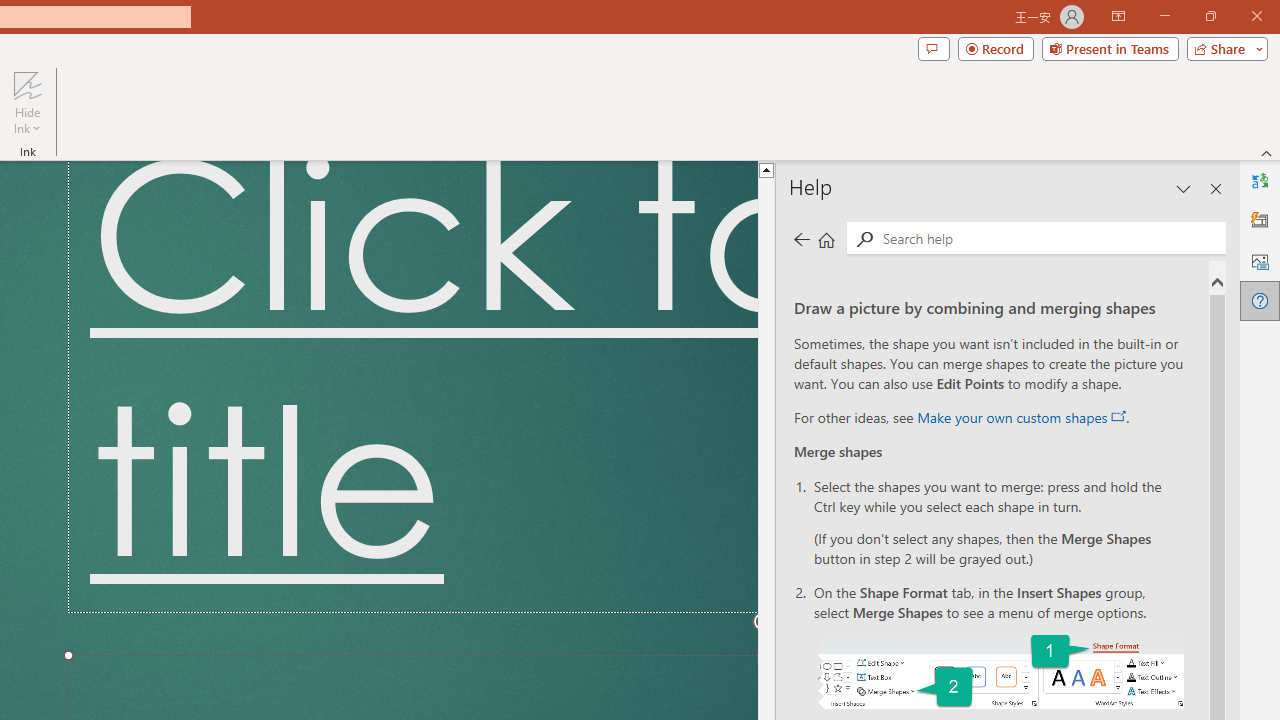 This screenshot has width=1280, height=720. Describe the element at coordinates (1259, 260) in the screenshot. I see `'Alt Text'` at that location.